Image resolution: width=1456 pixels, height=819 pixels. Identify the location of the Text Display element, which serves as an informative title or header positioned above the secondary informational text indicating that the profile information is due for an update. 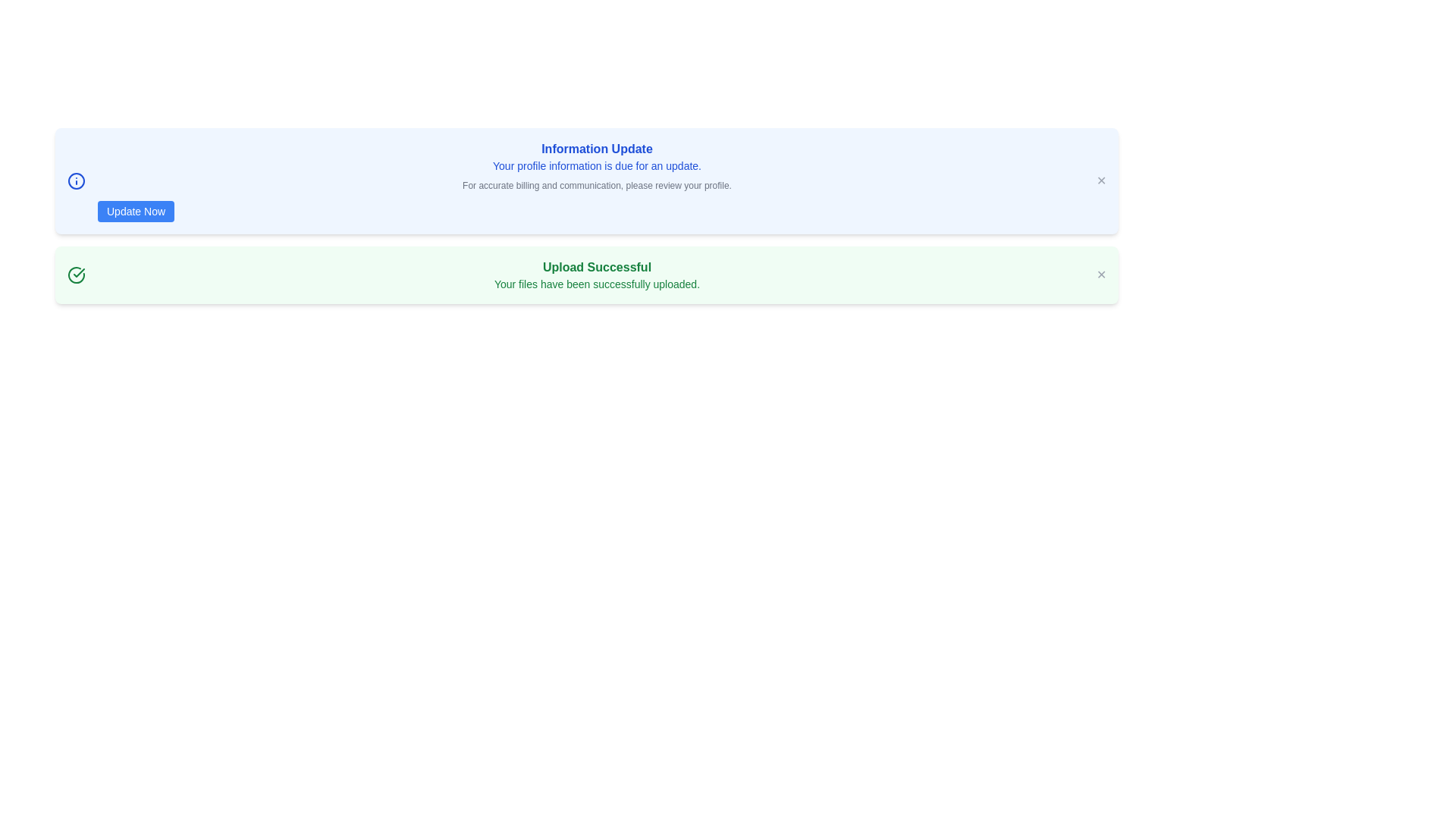
(596, 149).